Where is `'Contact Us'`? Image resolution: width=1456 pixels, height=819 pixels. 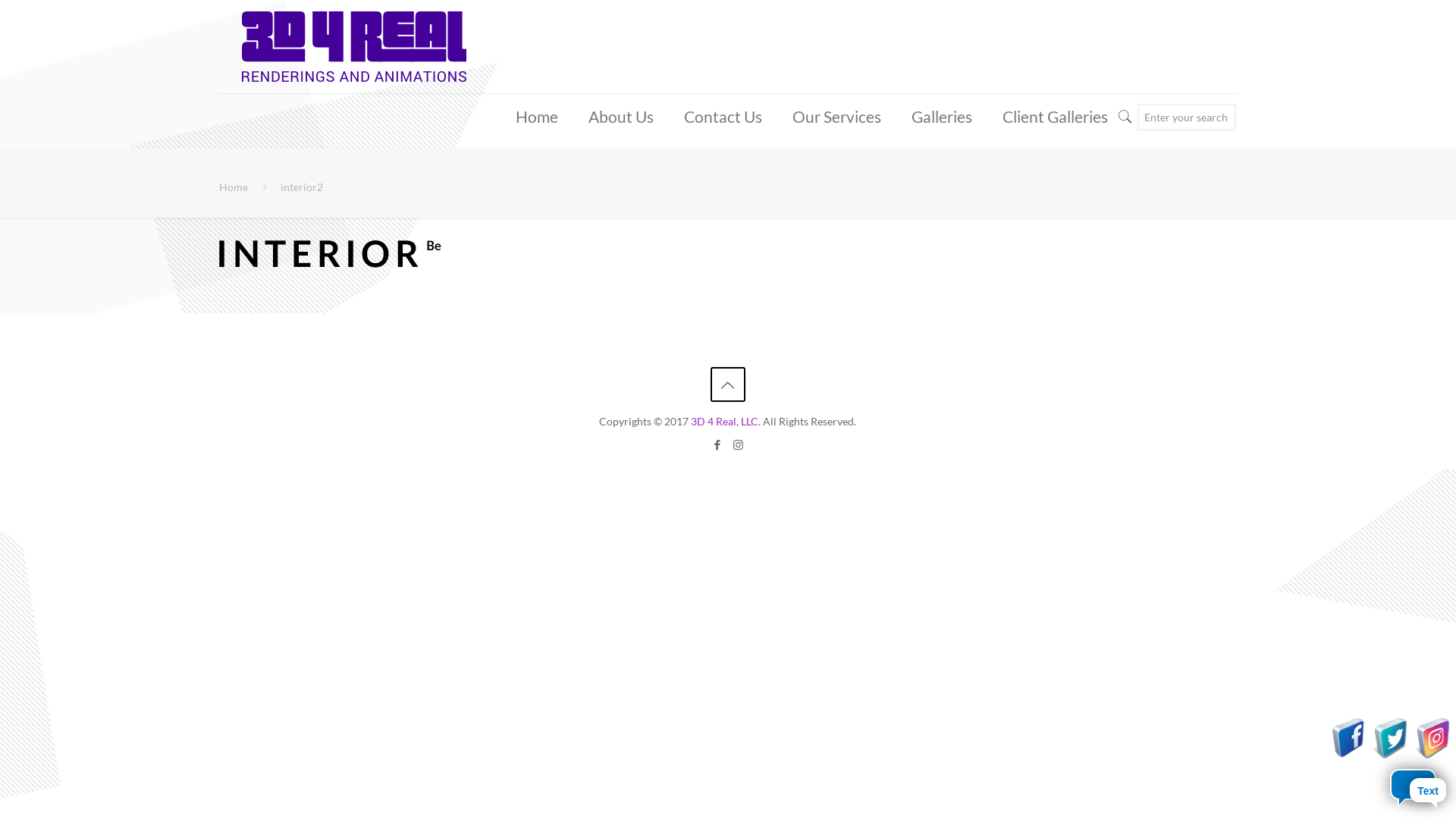 'Contact Us' is located at coordinates (668, 116).